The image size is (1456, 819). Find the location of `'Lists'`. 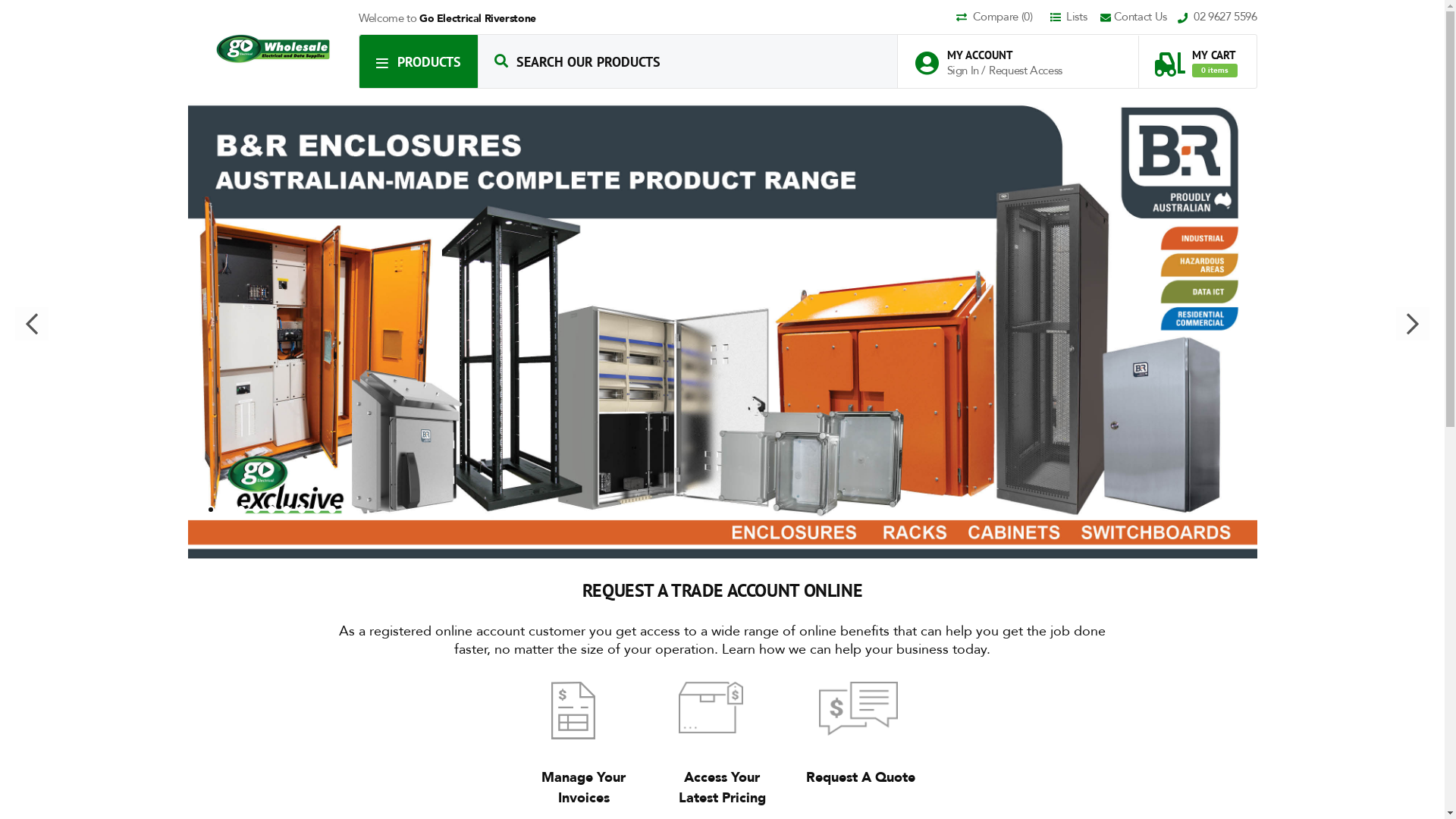

'Lists' is located at coordinates (1050, 17).